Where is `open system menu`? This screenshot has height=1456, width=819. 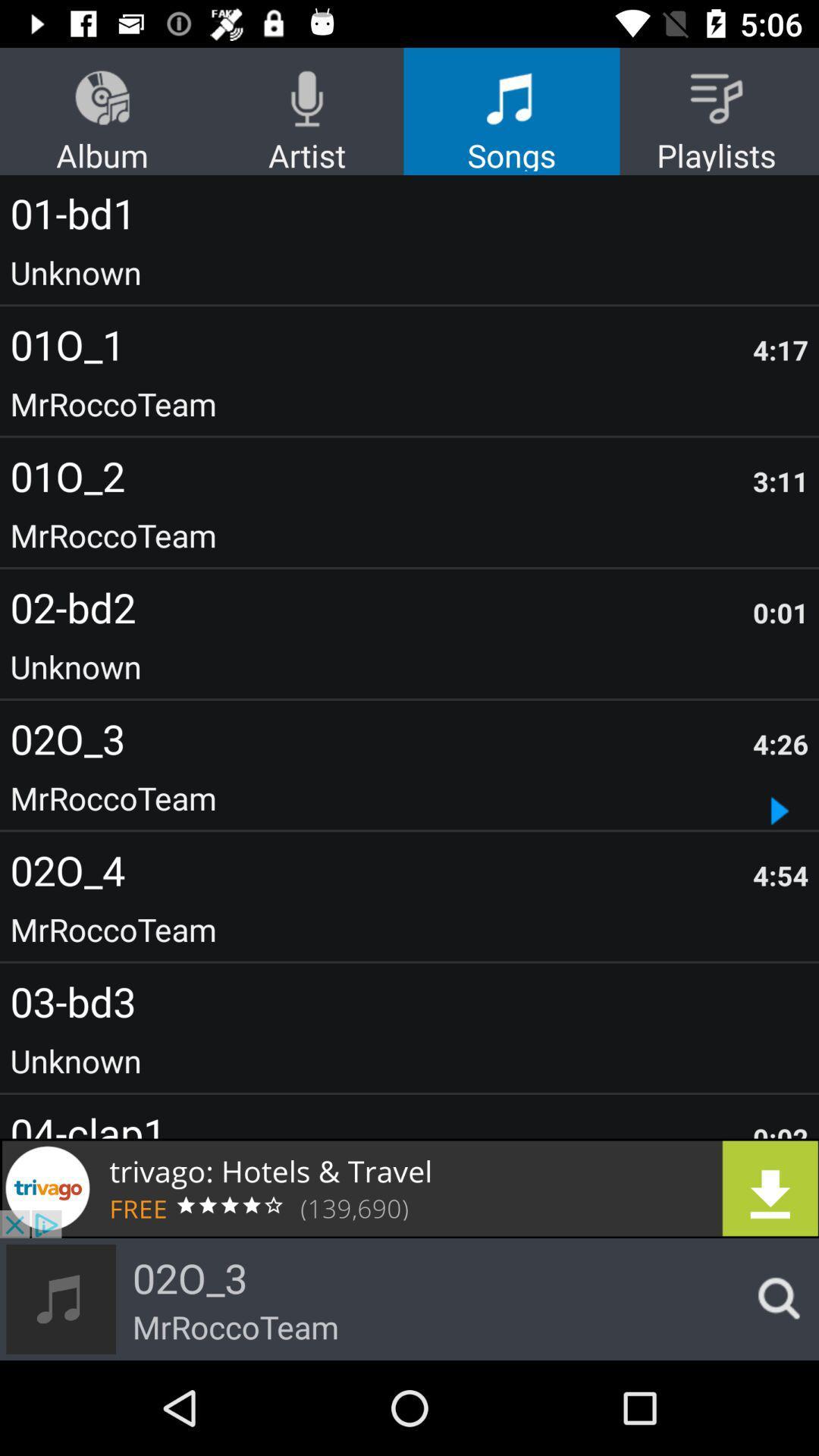
open system menu is located at coordinates (774, 1298).